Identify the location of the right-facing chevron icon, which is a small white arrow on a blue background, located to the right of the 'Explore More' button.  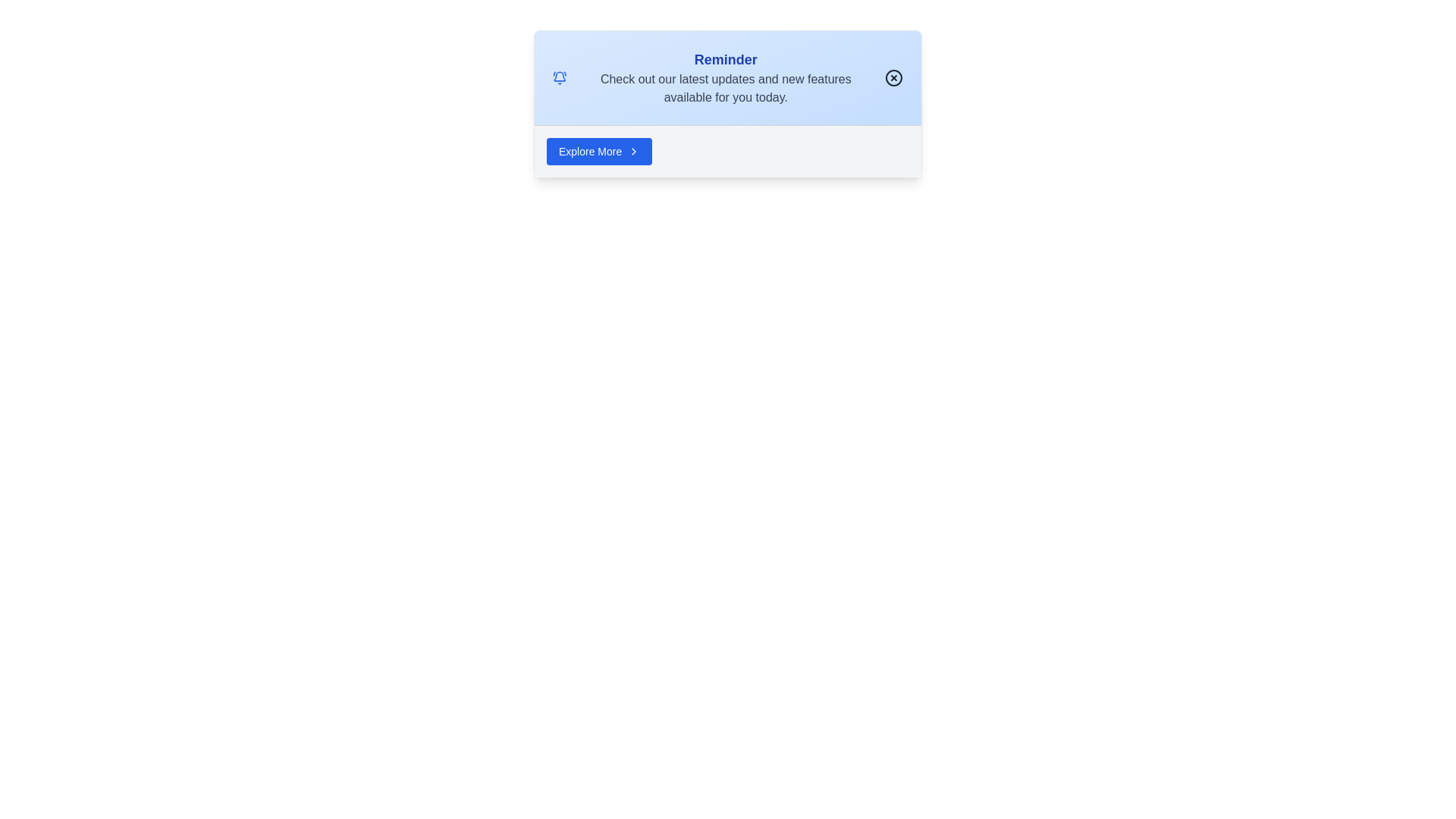
(634, 152).